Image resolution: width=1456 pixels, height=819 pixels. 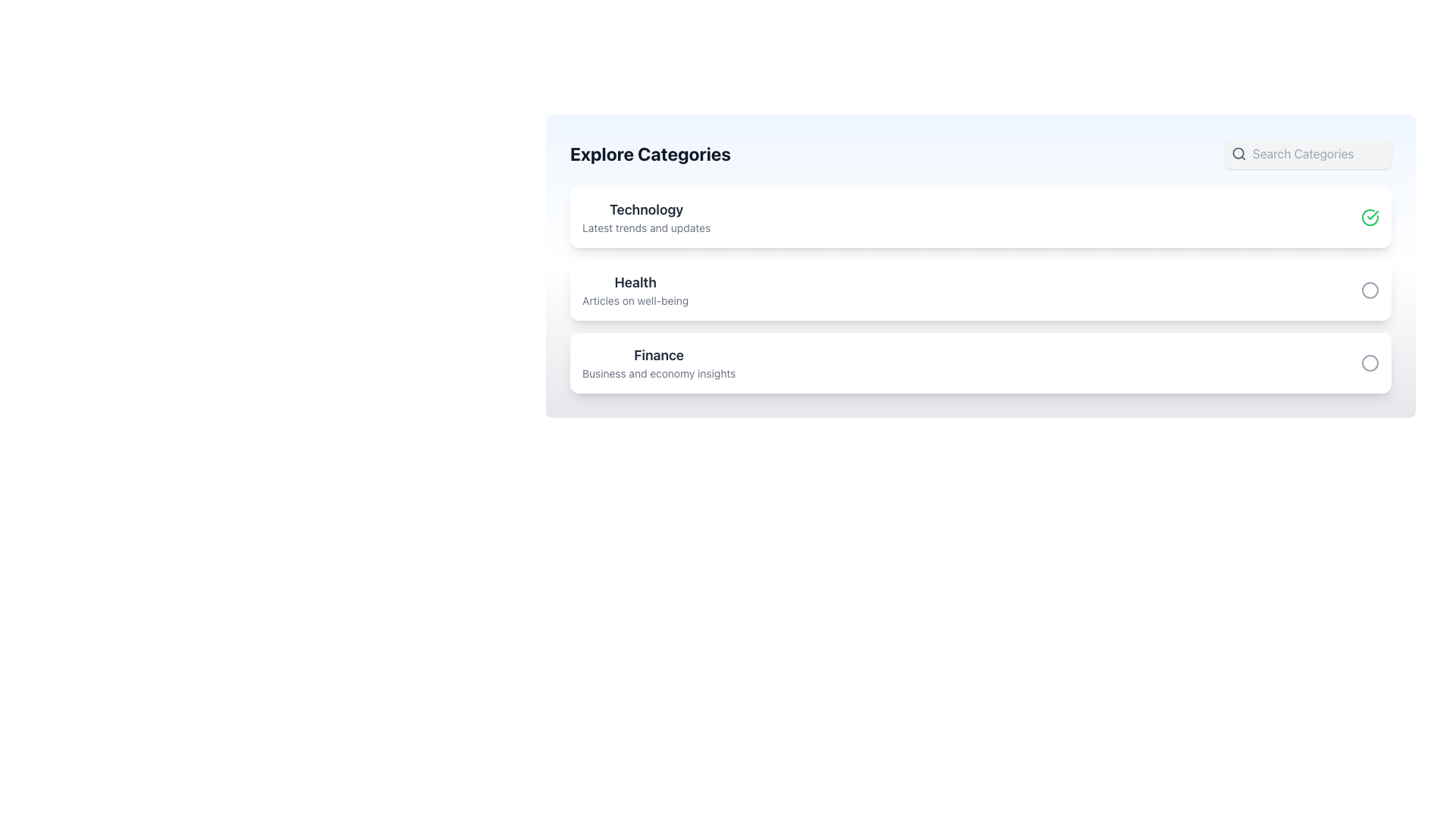 What do you see at coordinates (646, 217) in the screenshot?
I see `the first text block in the vertically stacked list of items, which provides information related to the 'Technology' category and is located within a white rectangular card with rounded corners` at bounding box center [646, 217].